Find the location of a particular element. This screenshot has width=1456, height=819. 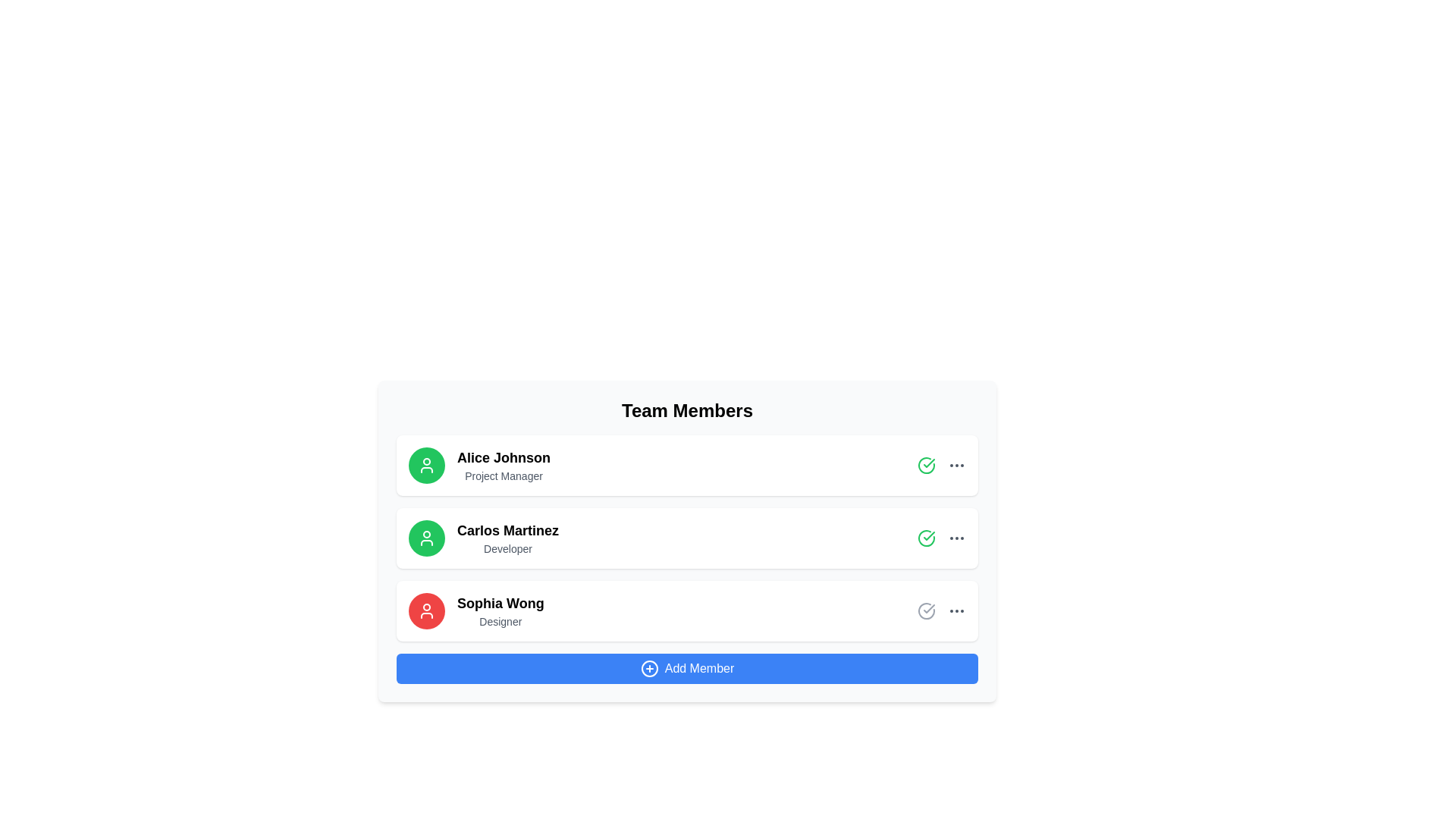

the List Item Card representing 'Alice Johnson', the Project Manager, located in the 'Team Members' section, which is the first card in the vertical list is located at coordinates (686, 464).